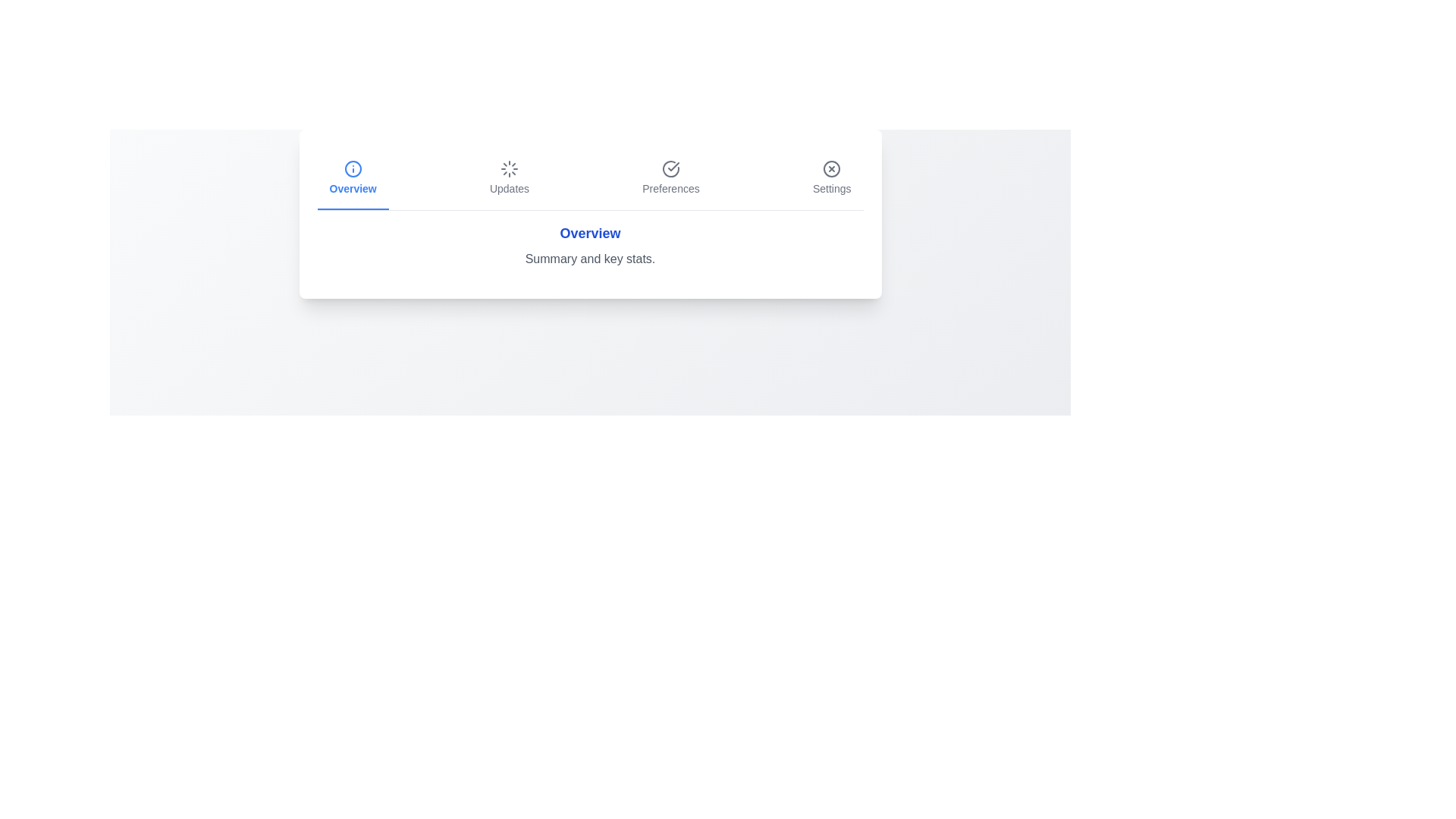 This screenshot has width=1456, height=819. I want to click on the tab labeled Settings, so click(831, 177).